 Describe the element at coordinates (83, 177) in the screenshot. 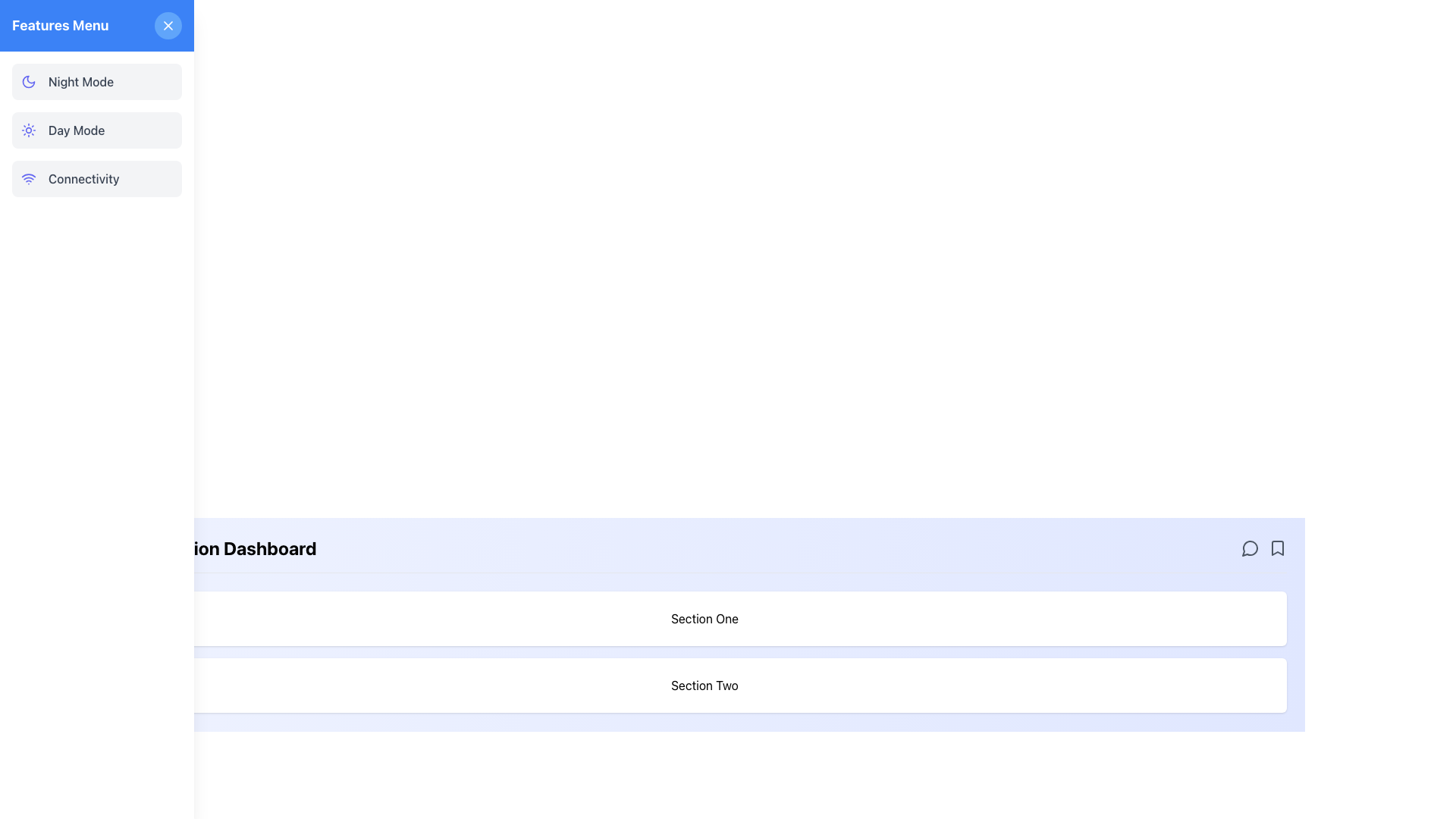

I see `text label 'Connectivity' which is the third item in a group of options in the left panel of the interface, after 'Night Mode' and 'Day Mode'` at that location.